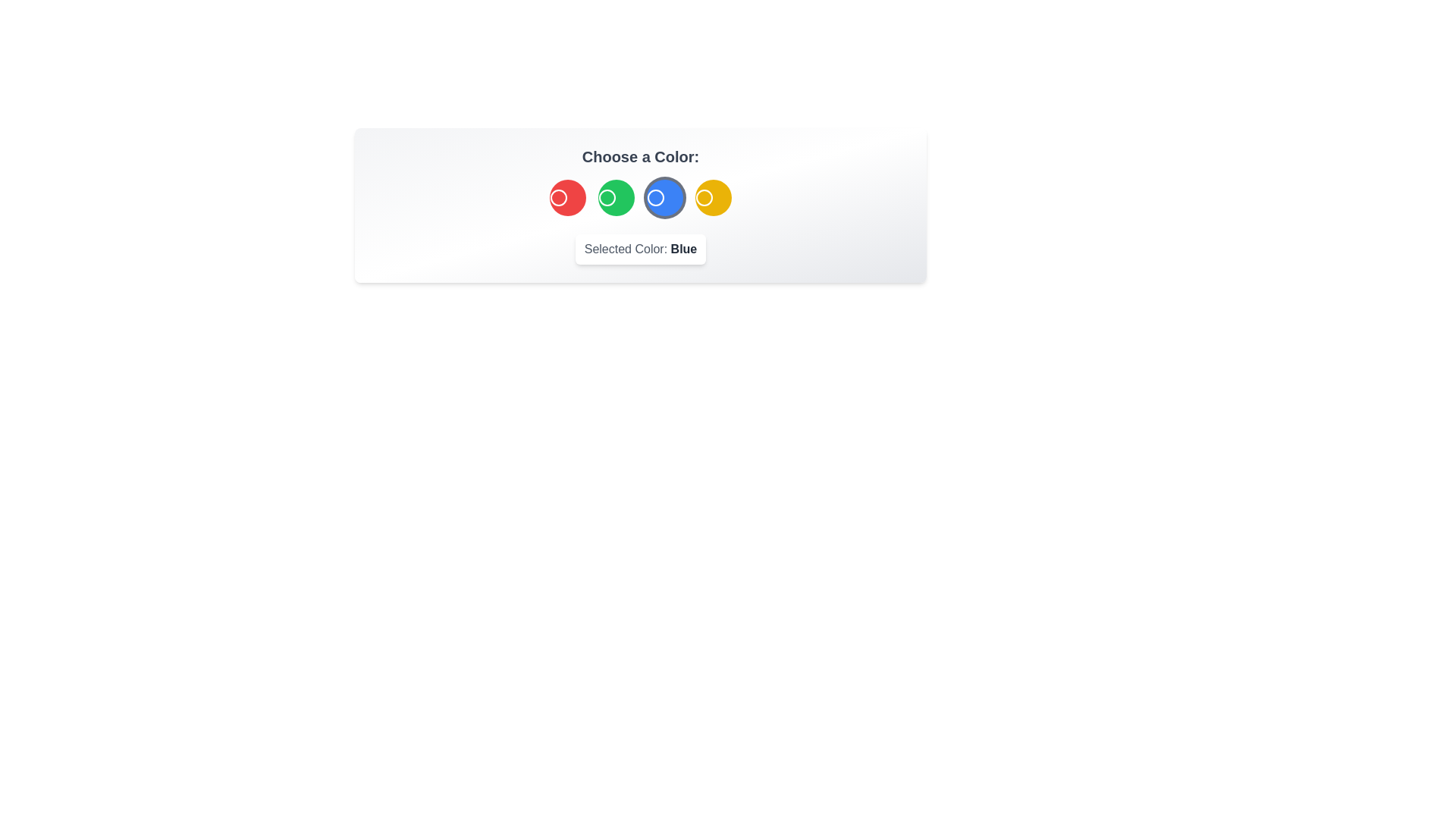  I want to click on the color button corresponding to Blue, so click(665, 197).